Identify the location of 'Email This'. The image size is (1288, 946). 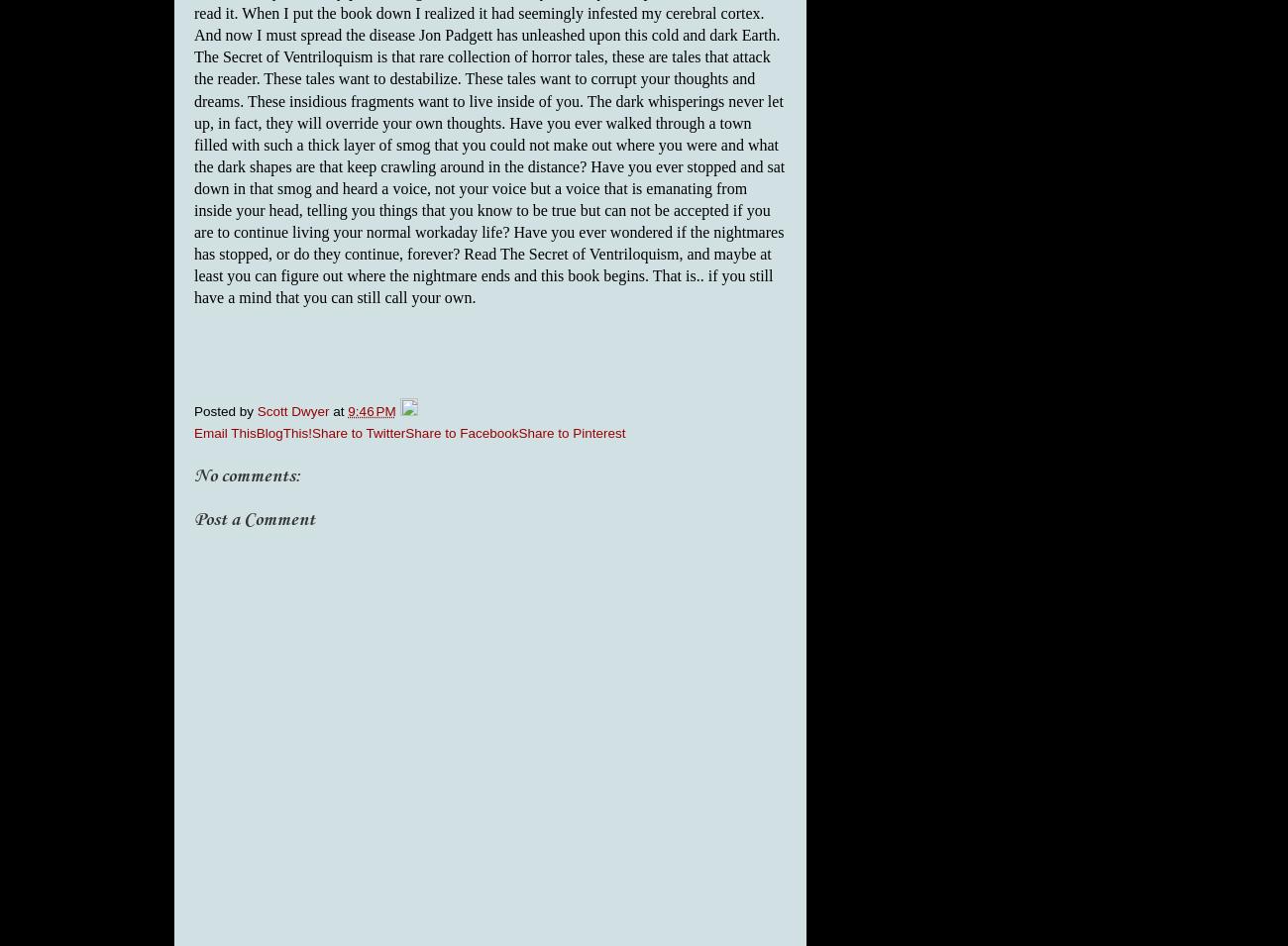
(223, 431).